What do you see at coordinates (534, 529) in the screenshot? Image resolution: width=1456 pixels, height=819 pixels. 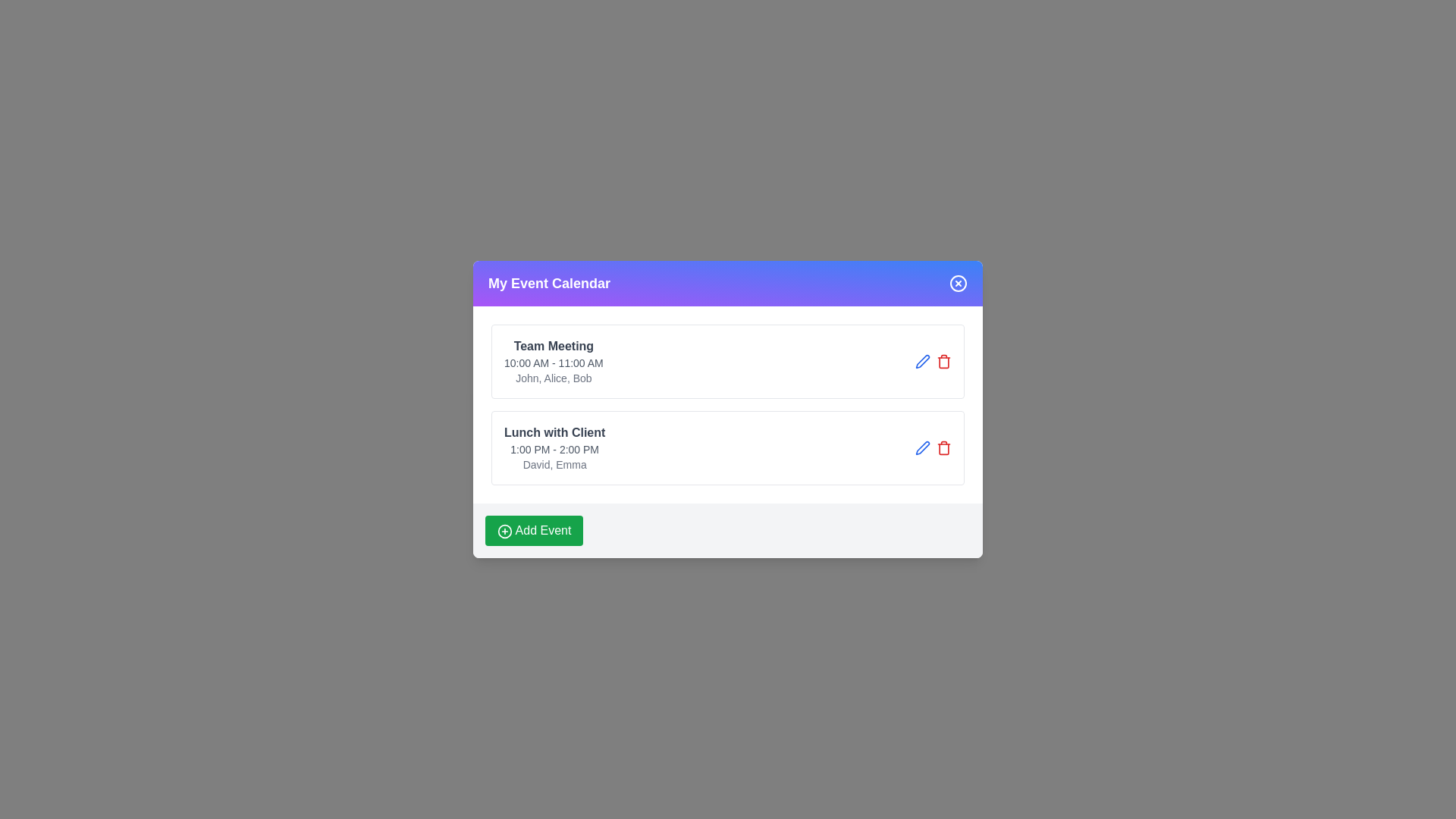 I see `the green 'Add Event' button with rounded edges, which contains white text and an icon` at bounding box center [534, 529].